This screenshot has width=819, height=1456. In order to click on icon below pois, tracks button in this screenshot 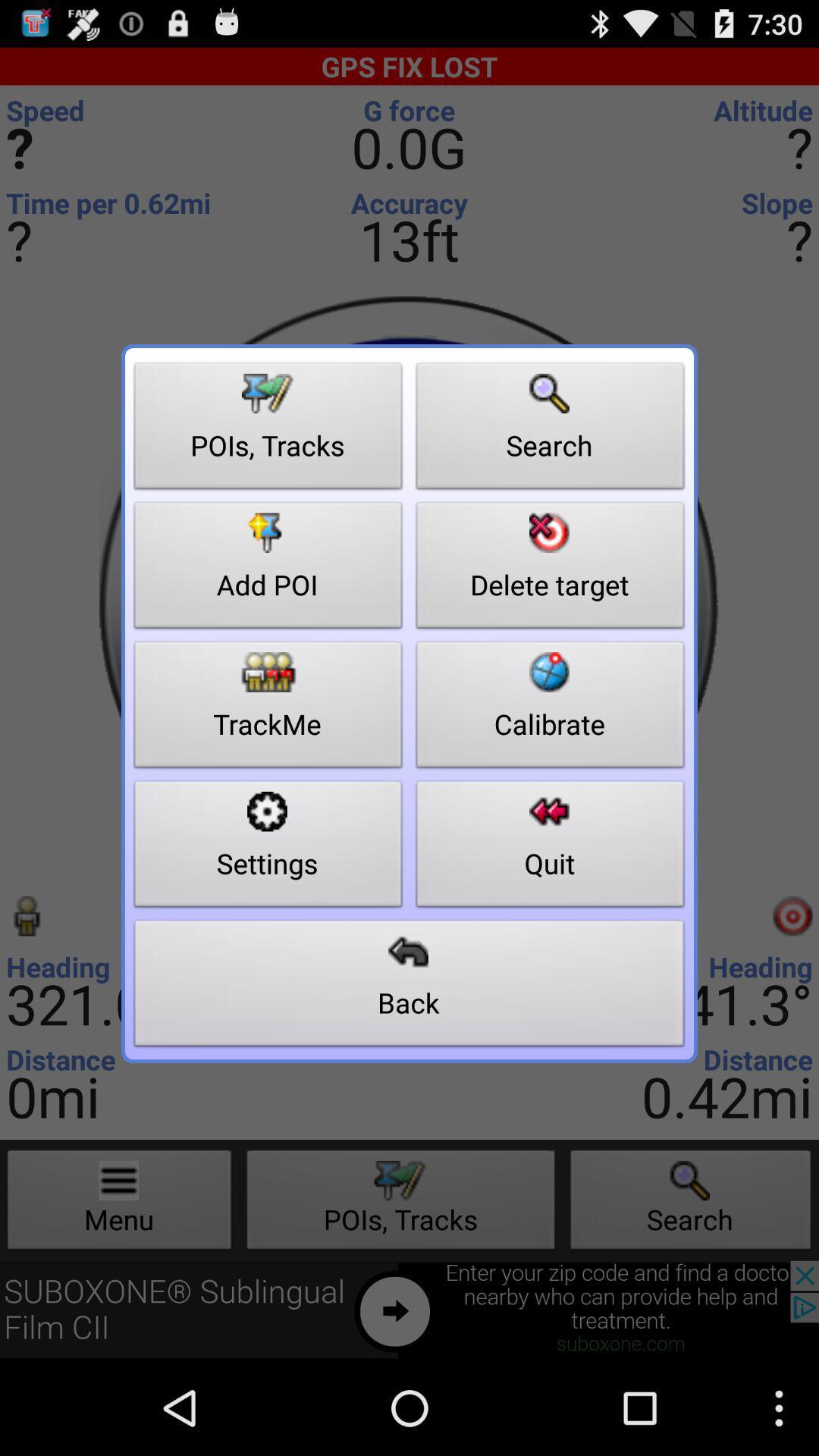, I will do `click(268, 569)`.